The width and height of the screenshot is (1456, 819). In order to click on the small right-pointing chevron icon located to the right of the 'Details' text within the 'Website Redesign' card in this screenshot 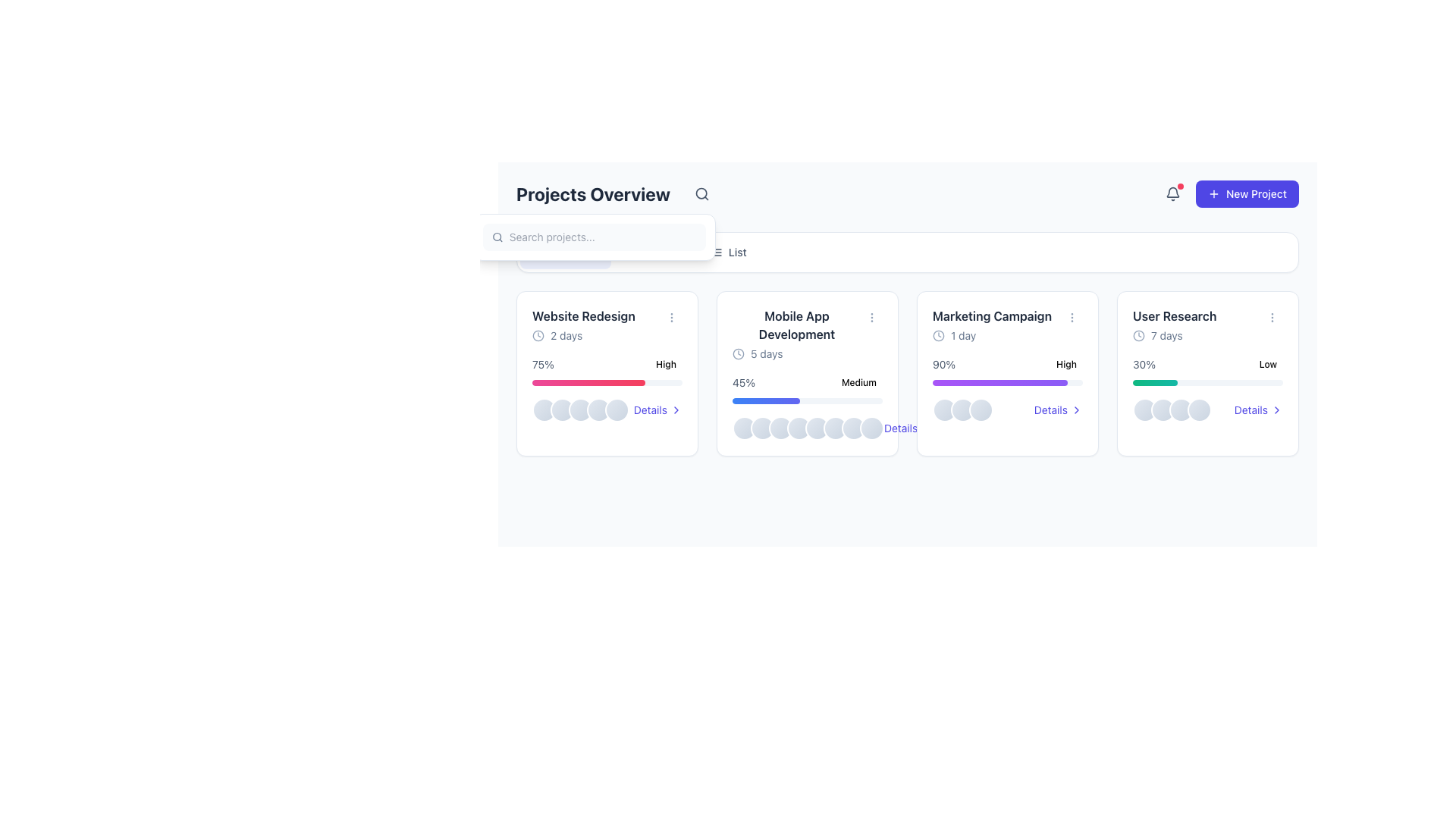, I will do `click(676, 409)`.